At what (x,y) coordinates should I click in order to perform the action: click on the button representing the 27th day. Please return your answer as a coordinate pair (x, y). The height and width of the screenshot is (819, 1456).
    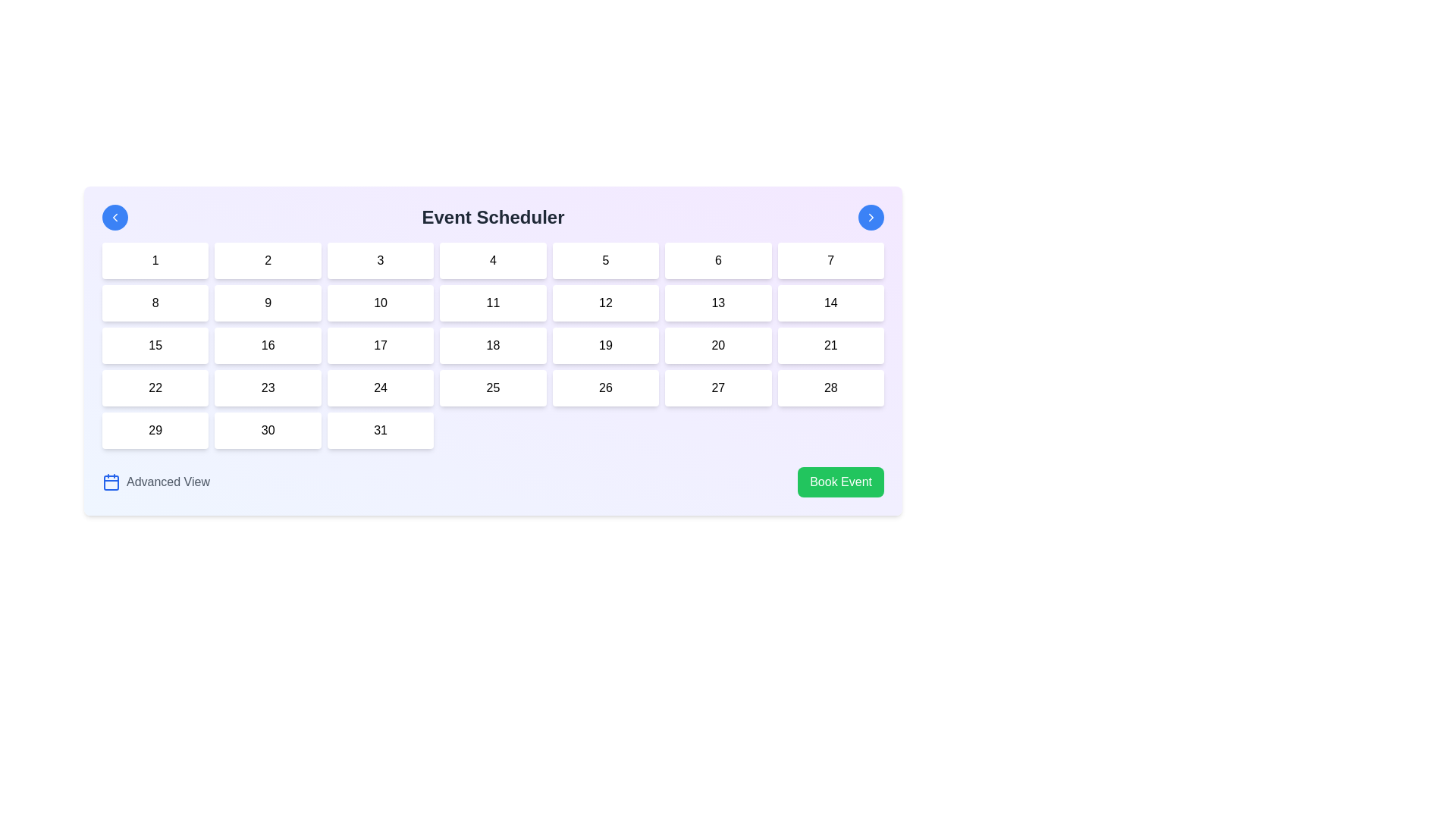
    Looking at the image, I should click on (717, 388).